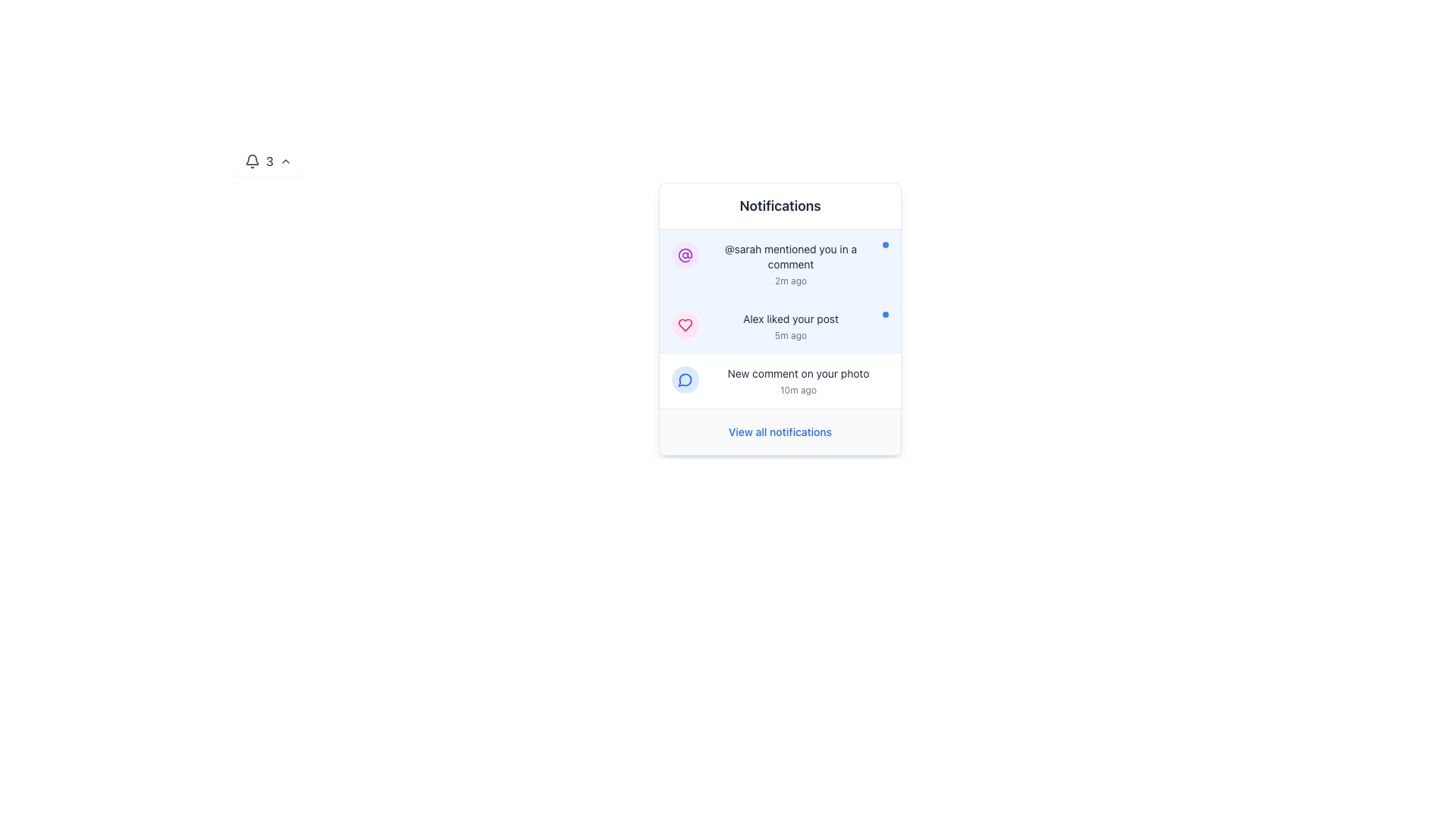 The image size is (1456, 819). Describe the element at coordinates (268, 161) in the screenshot. I see `the toggle button located in the top-left area of the interface` at that location.